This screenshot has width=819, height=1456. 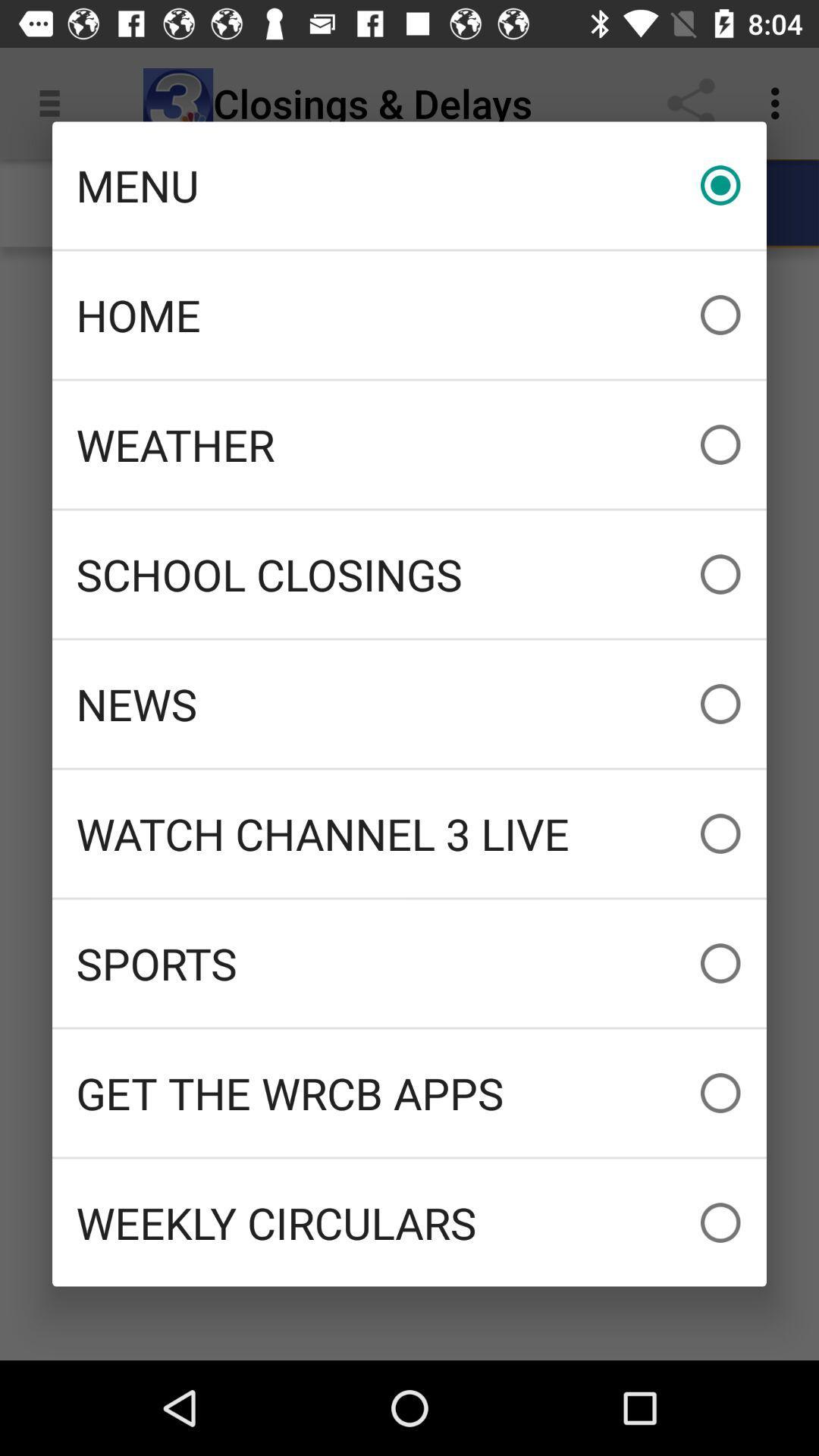 What do you see at coordinates (409, 703) in the screenshot?
I see `the news` at bounding box center [409, 703].